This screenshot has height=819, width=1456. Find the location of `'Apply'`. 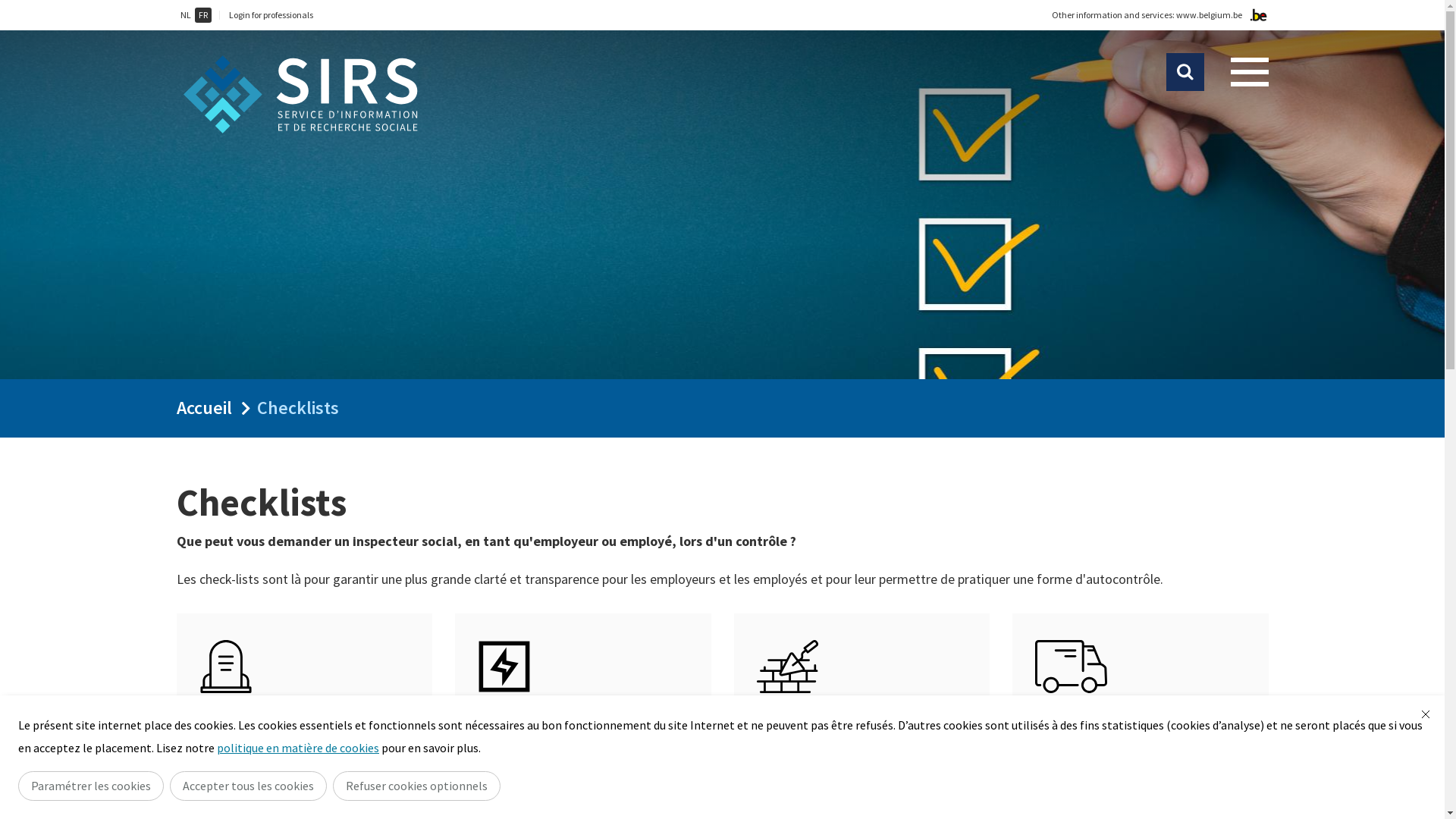

'Apply' is located at coordinates (1185, 72).